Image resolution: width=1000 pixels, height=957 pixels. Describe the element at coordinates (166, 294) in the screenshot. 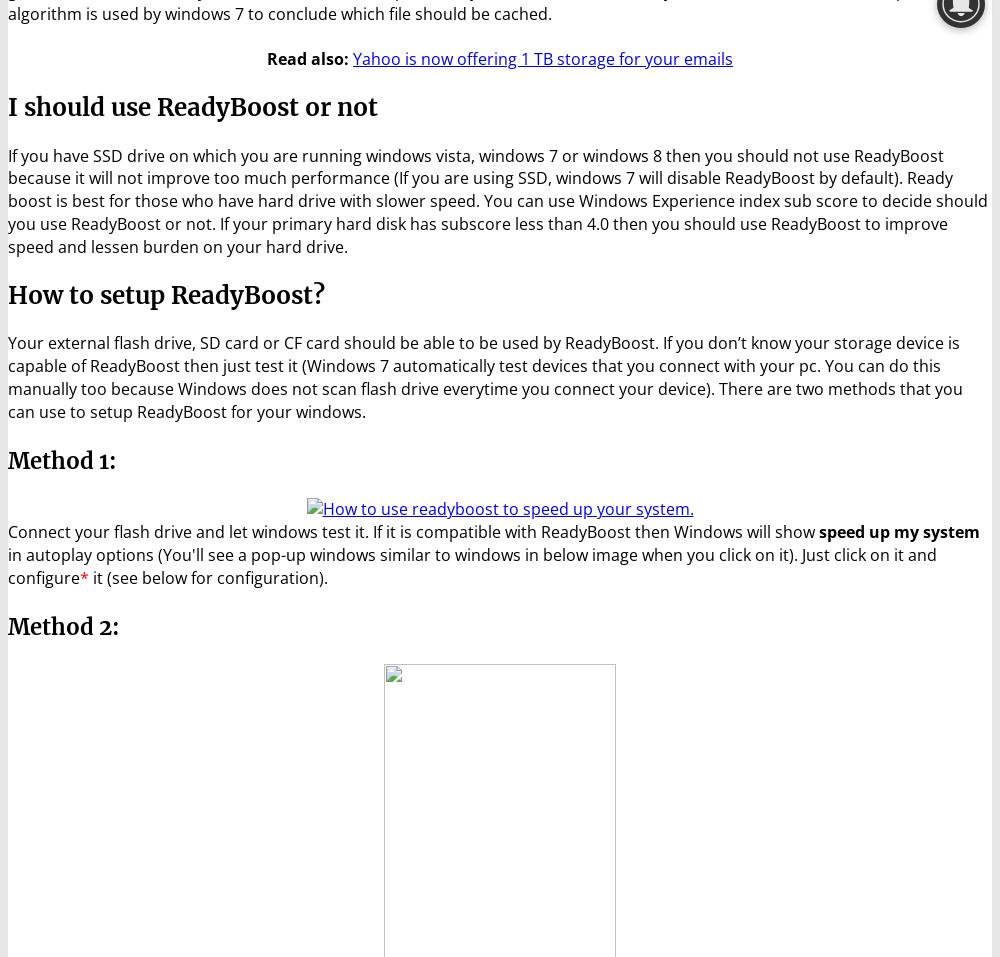

I see `'How to setup ReadyBoost?'` at that location.